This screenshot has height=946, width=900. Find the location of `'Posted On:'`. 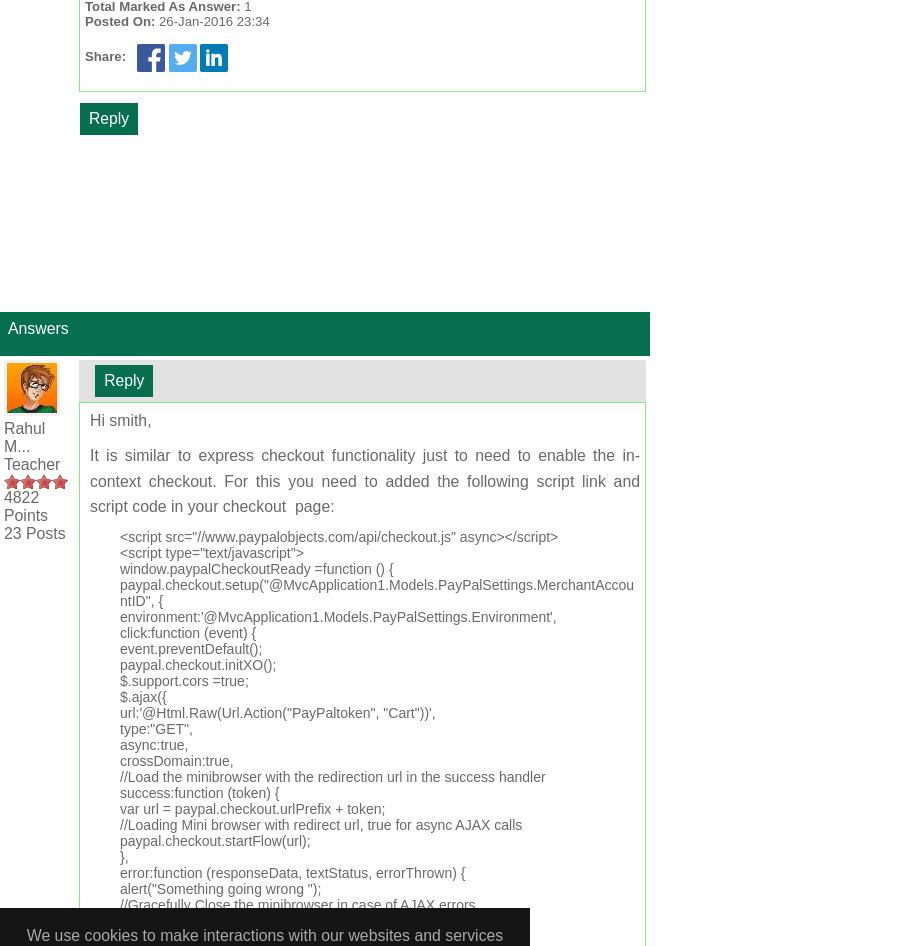

'Posted On:' is located at coordinates (122, 21).